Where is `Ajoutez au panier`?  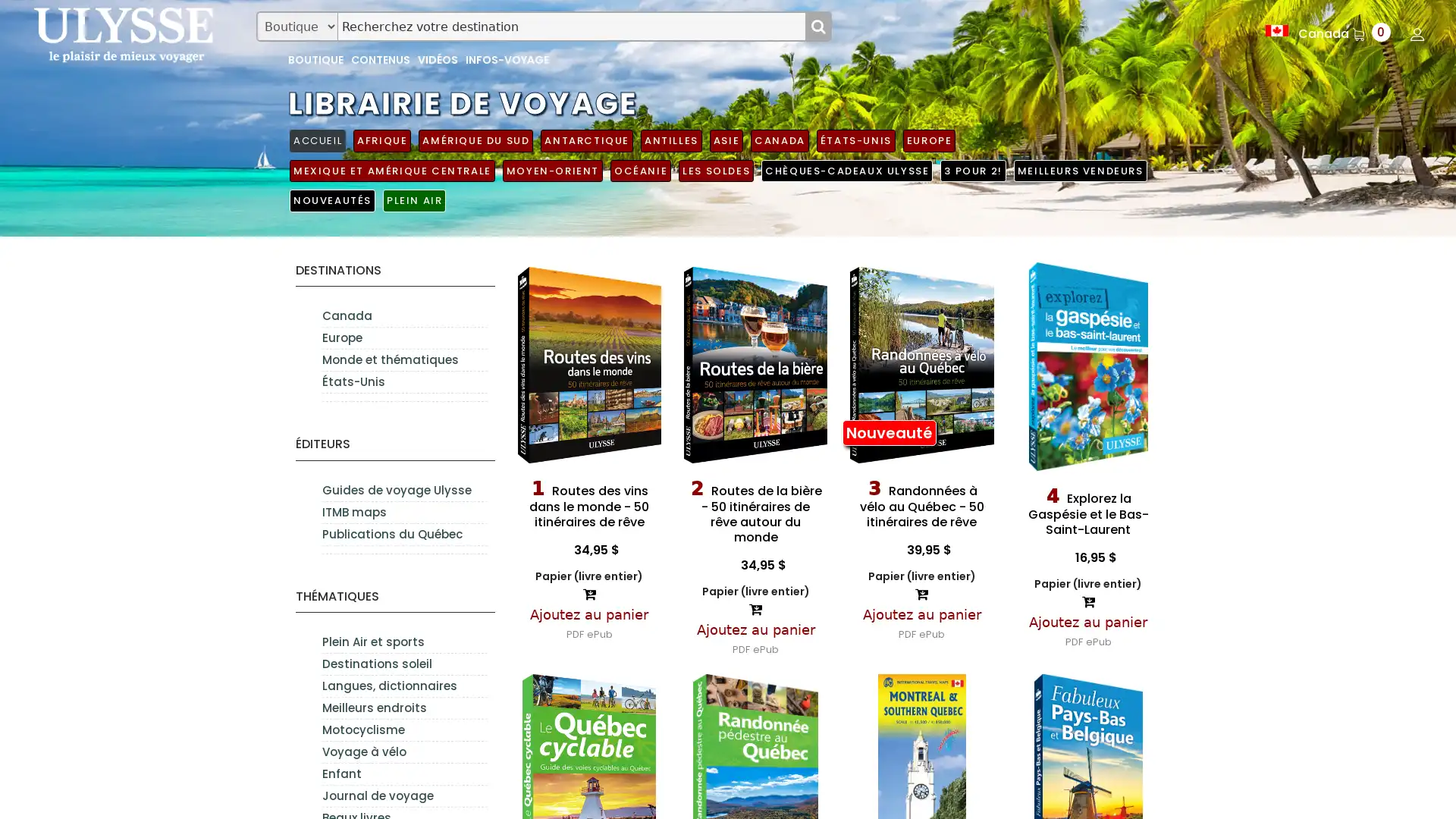
Ajoutez au panier is located at coordinates (1087, 621).